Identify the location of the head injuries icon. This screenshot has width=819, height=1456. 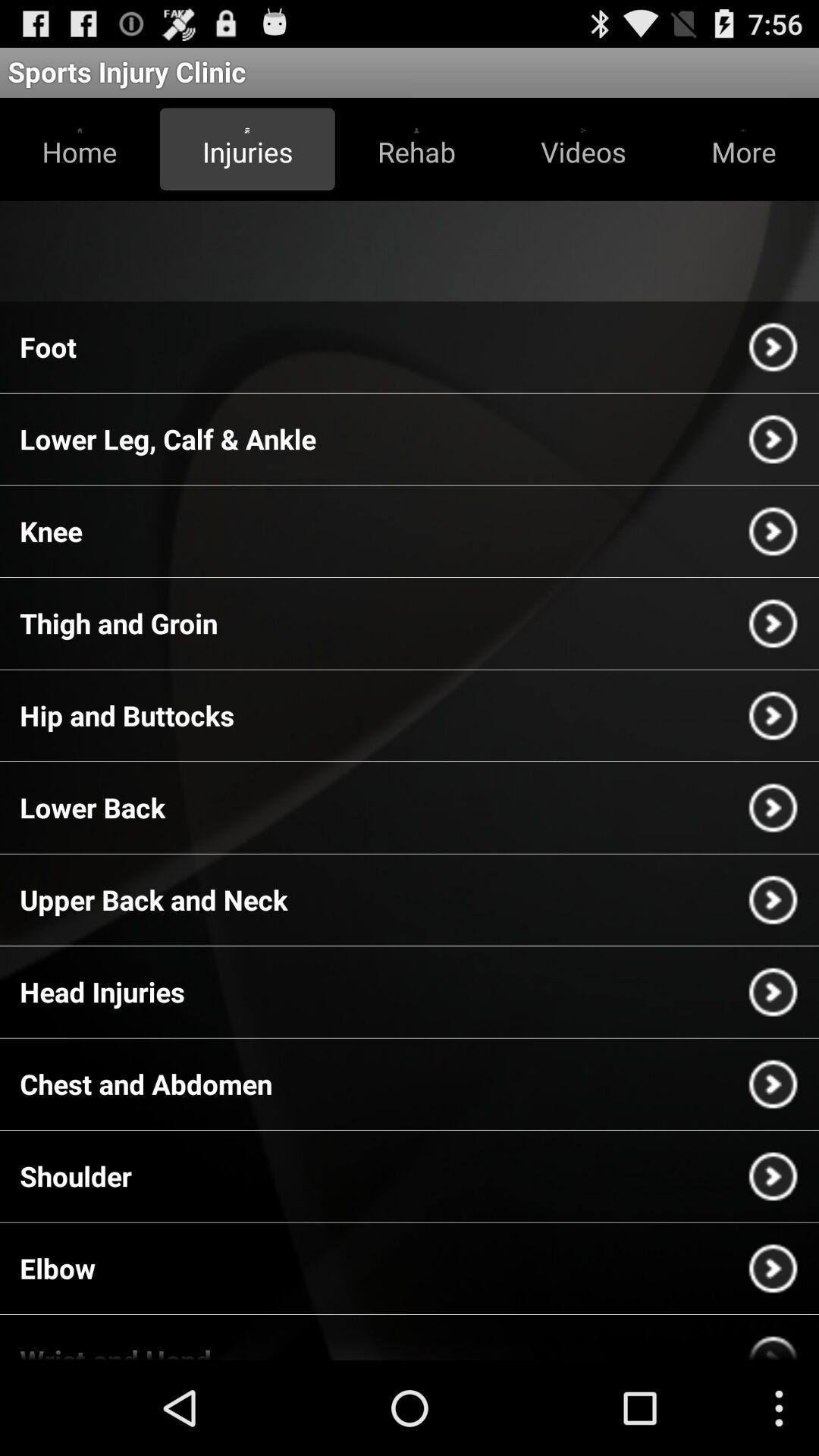
(102, 992).